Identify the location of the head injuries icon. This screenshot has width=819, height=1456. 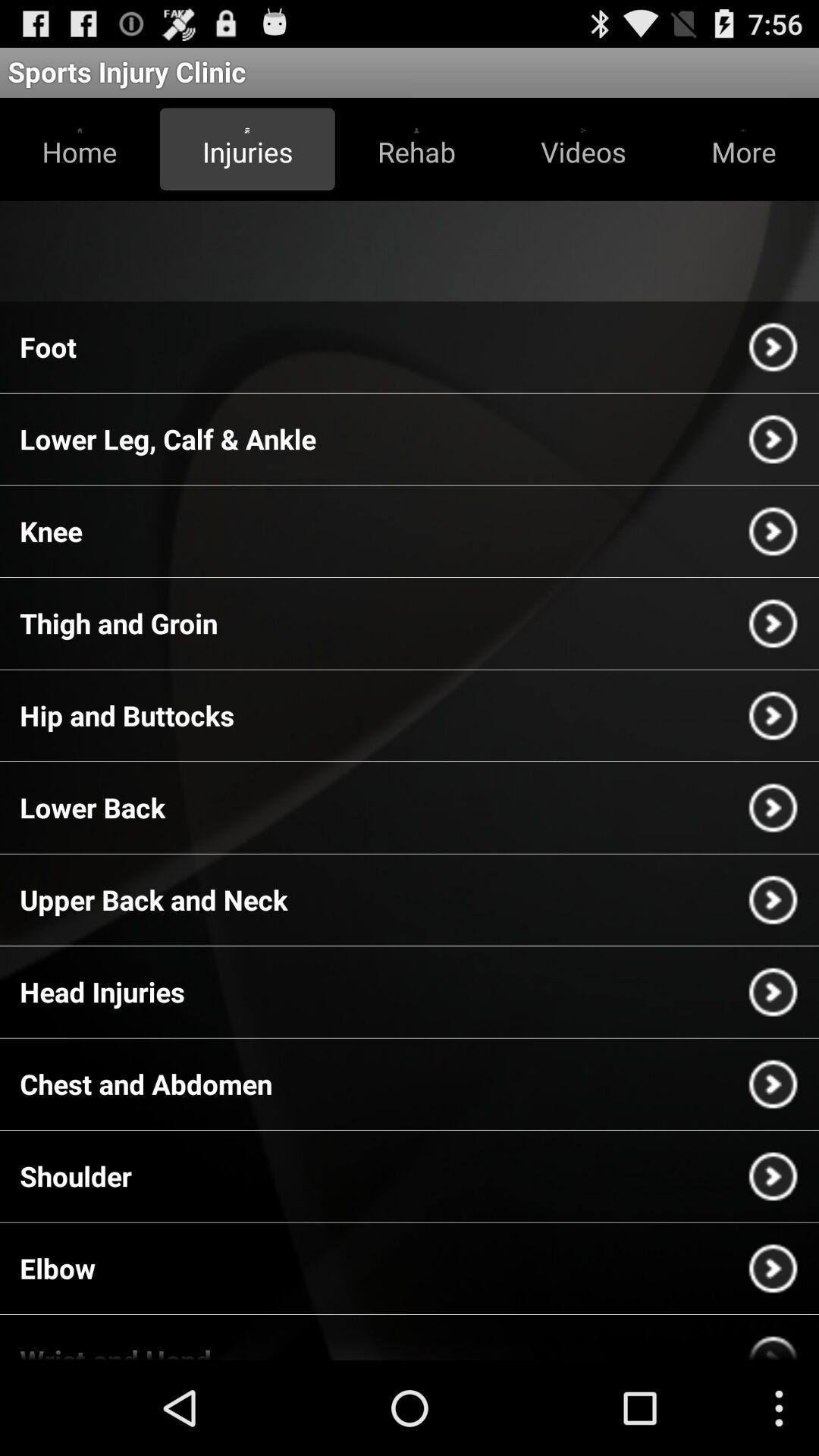
(102, 992).